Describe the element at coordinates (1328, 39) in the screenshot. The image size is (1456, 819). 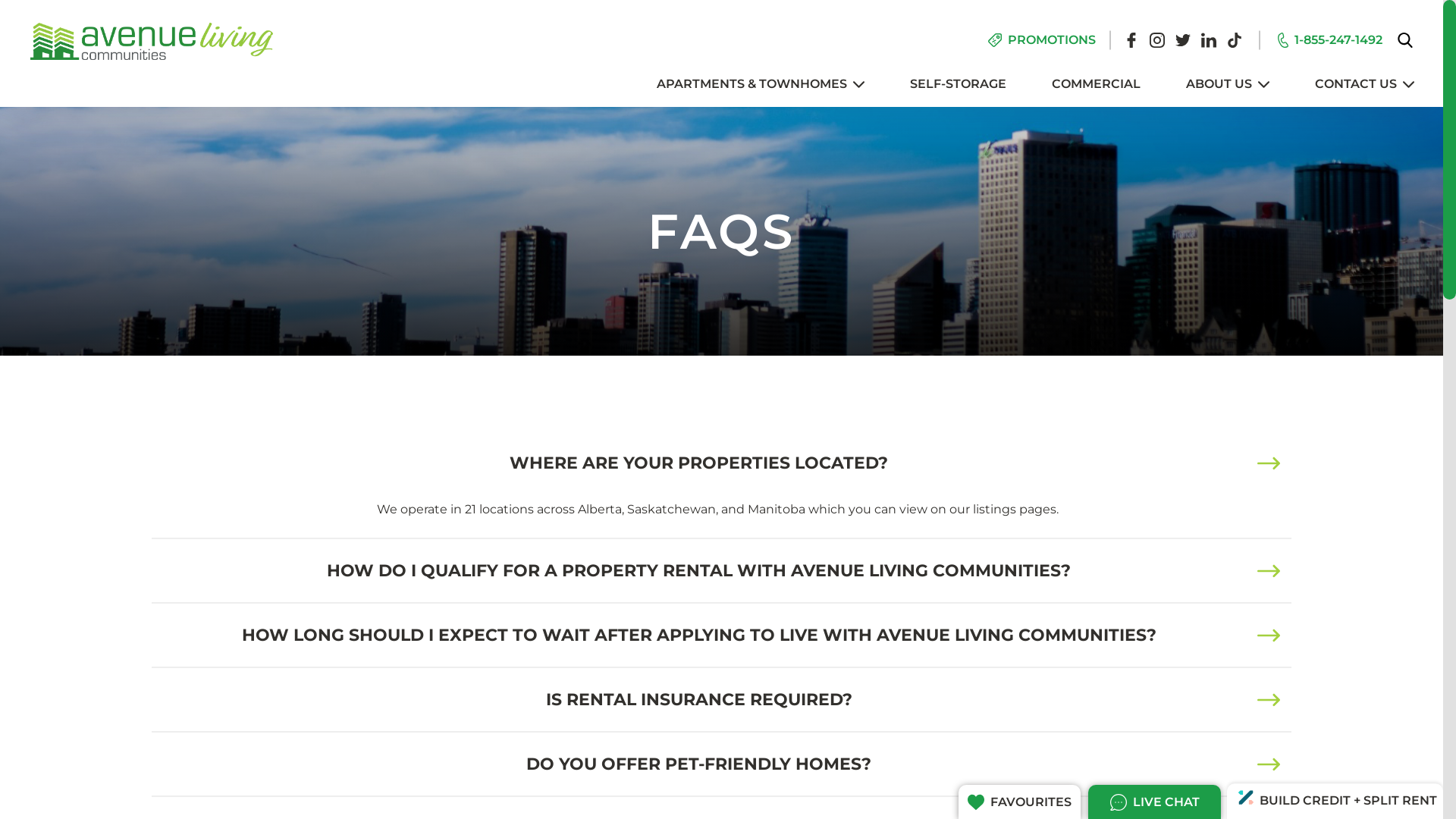
I see `'1-855-247-1492'` at that location.